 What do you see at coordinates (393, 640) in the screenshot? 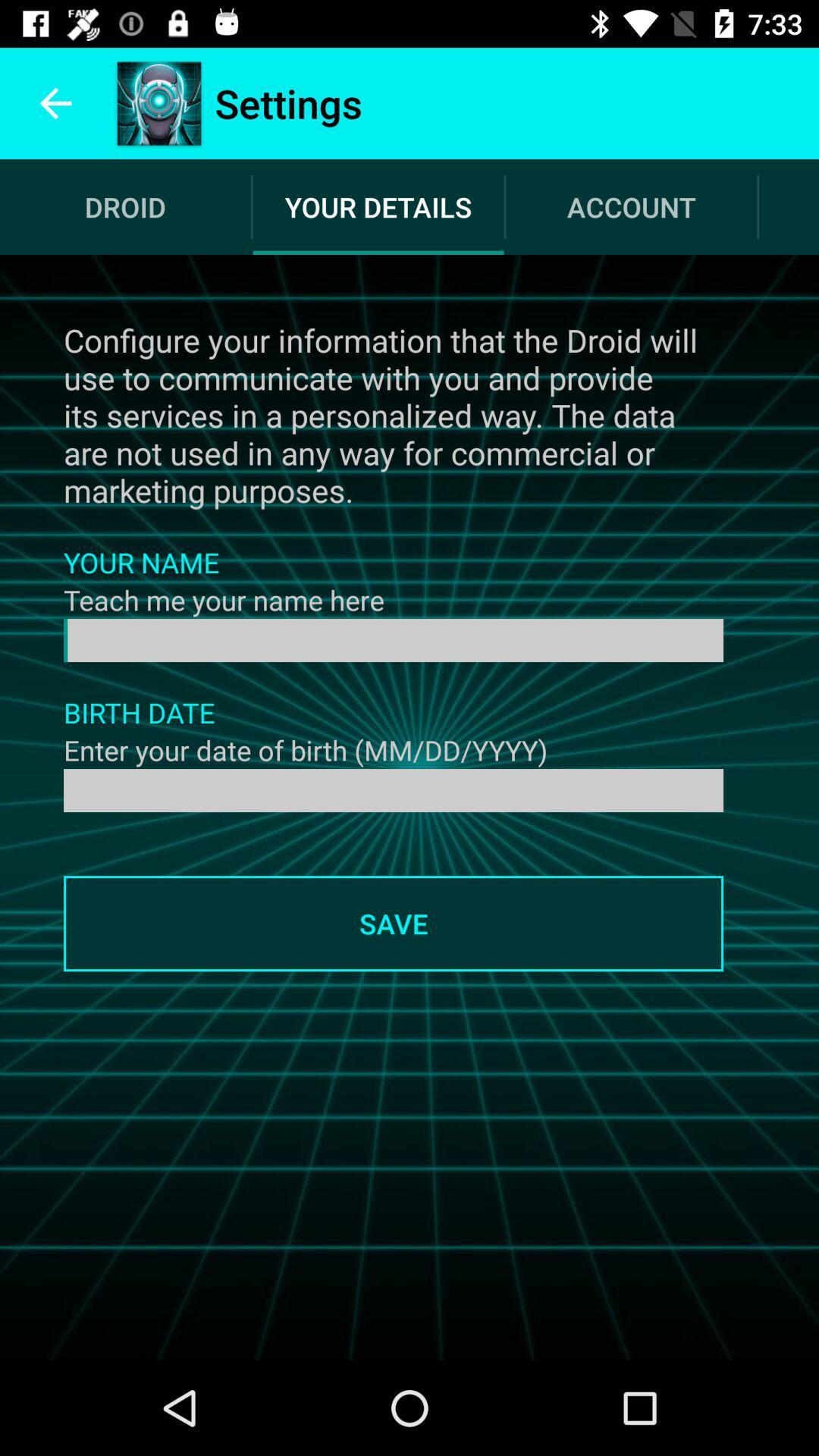
I see `name` at bounding box center [393, 640].